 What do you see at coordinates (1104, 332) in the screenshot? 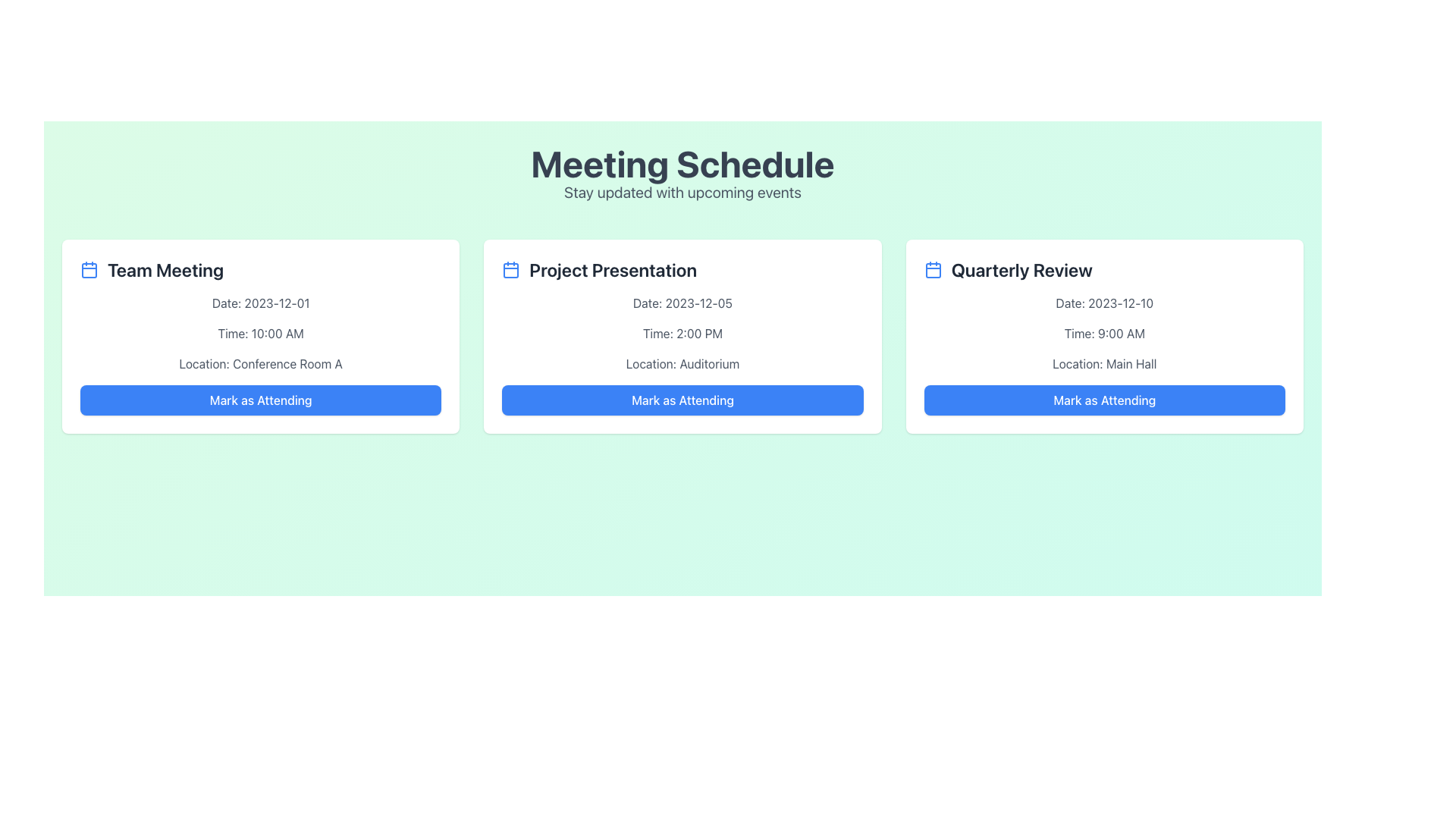
I see `the informational text label that displays the scheduled time for the 'Quarterly Review' event, which is located within the 'Quarterly Review' card, below the 'Date' text and above the 'Location' text` at bounding box center [1104, 332].